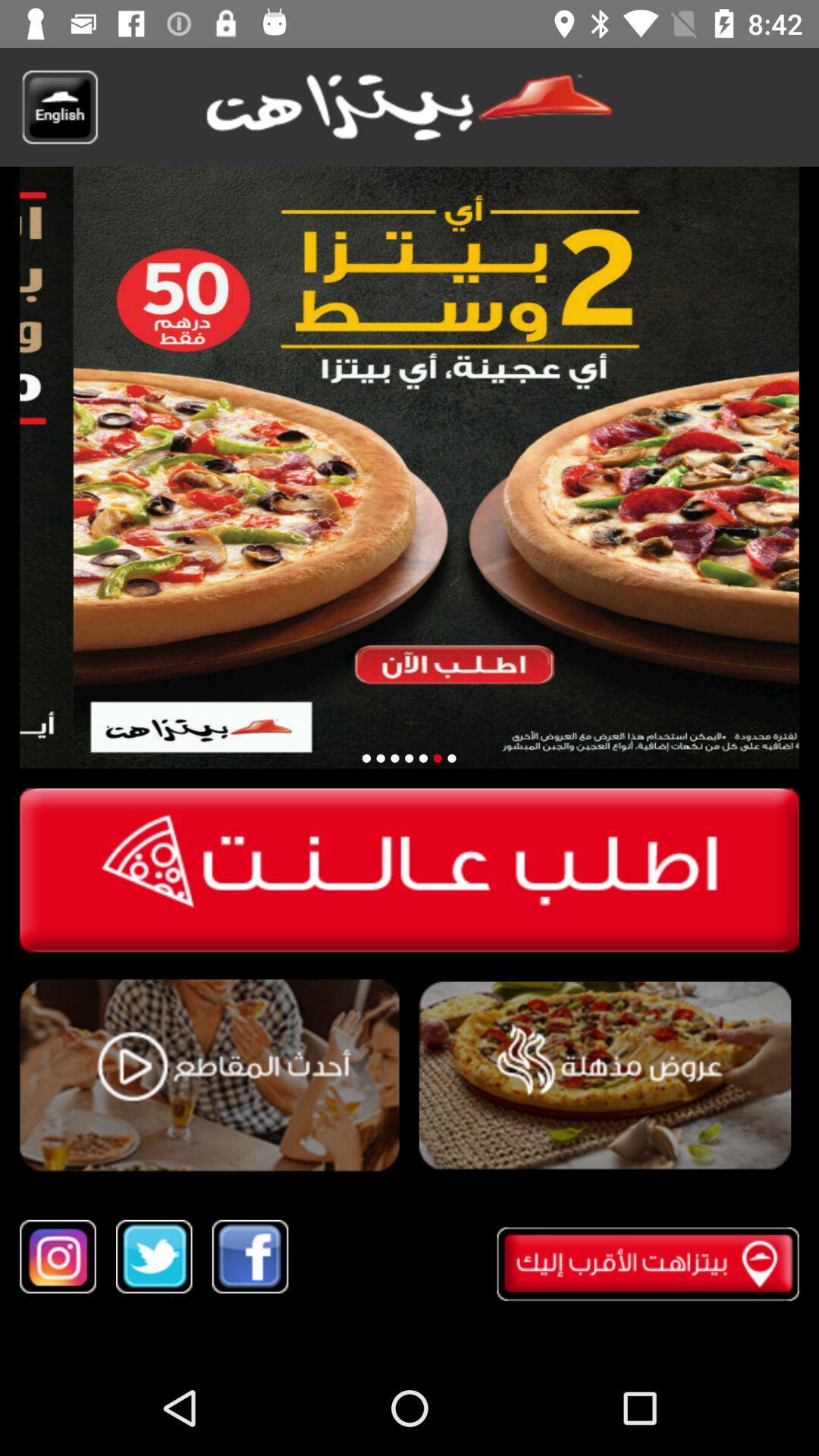 The image size is (819, 1456). I want to click on next image, so click(408, 758).